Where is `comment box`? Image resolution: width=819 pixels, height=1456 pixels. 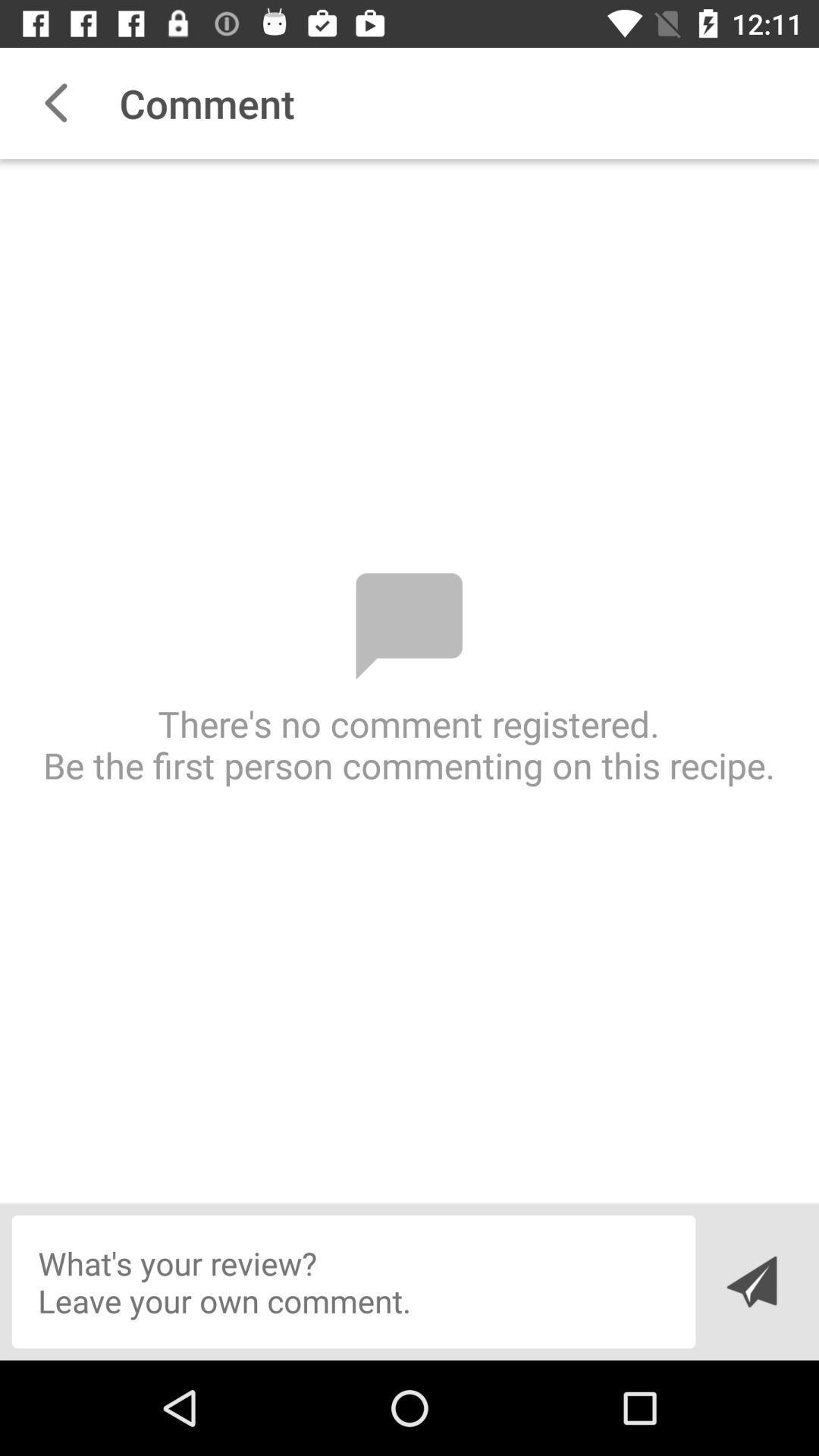
comment box is located at coordinates (353, 1281).